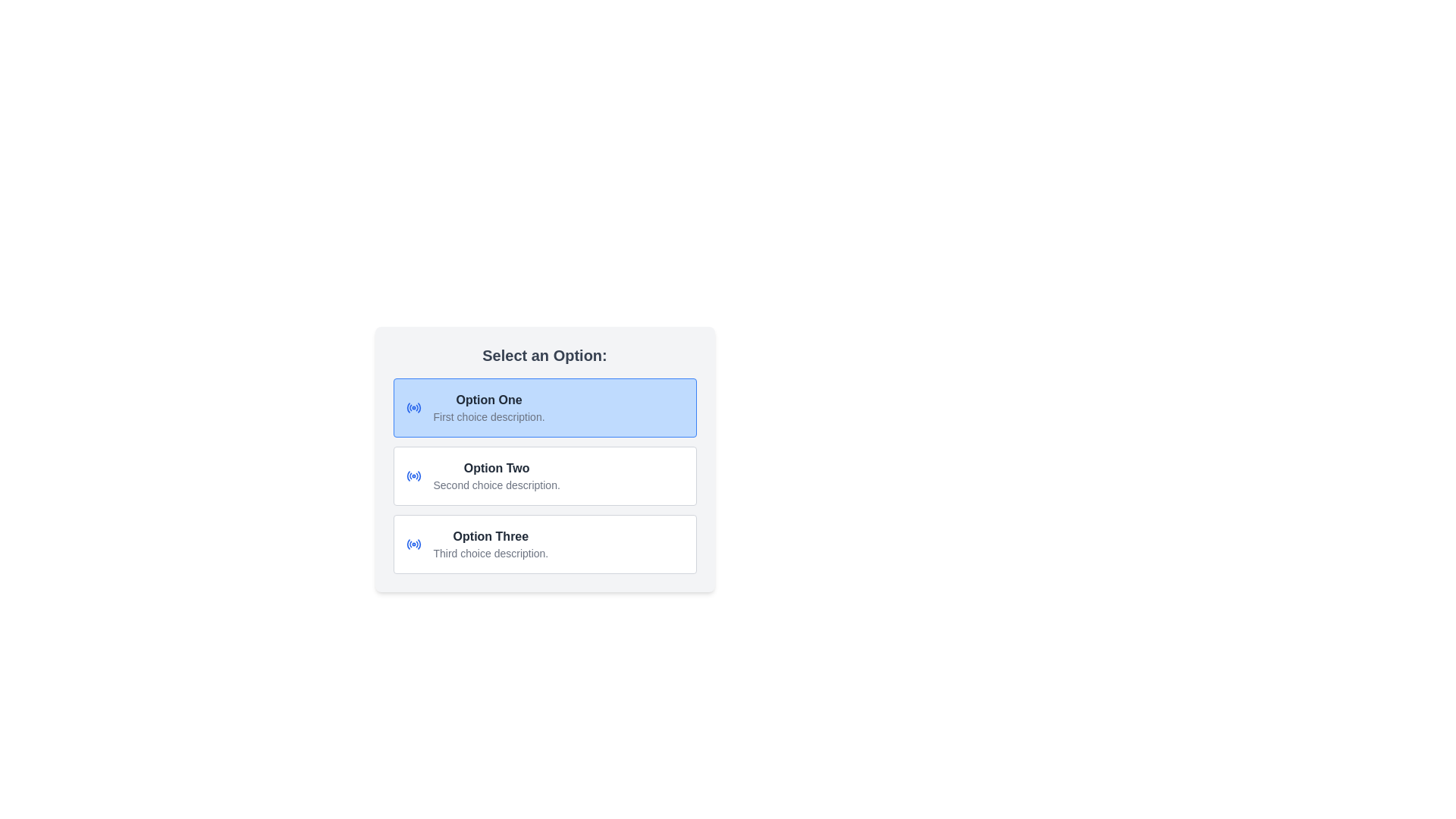 Image resolution: width=1456 pixels, height=819 pixels. Describe the element at coordinates (497, 485) in the screenshot. I see `the static text label that displays 'Second choice description.' which is positioned directly below the 'Option Two' text in a muted gray color` at that location.